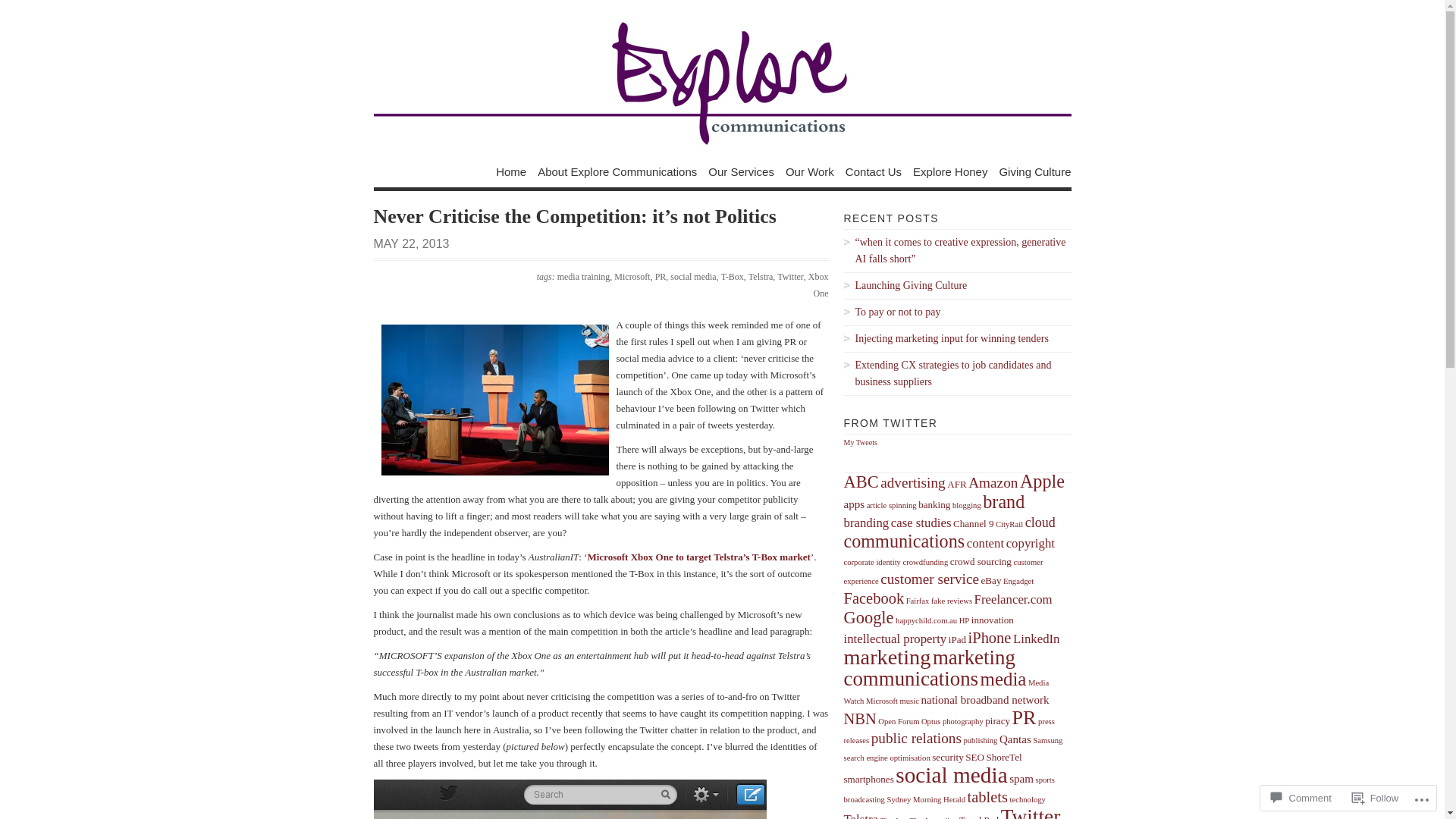 The height and width of the screenshot is (819, 1456). I want to click on 'iPhone', so click(990, 637).